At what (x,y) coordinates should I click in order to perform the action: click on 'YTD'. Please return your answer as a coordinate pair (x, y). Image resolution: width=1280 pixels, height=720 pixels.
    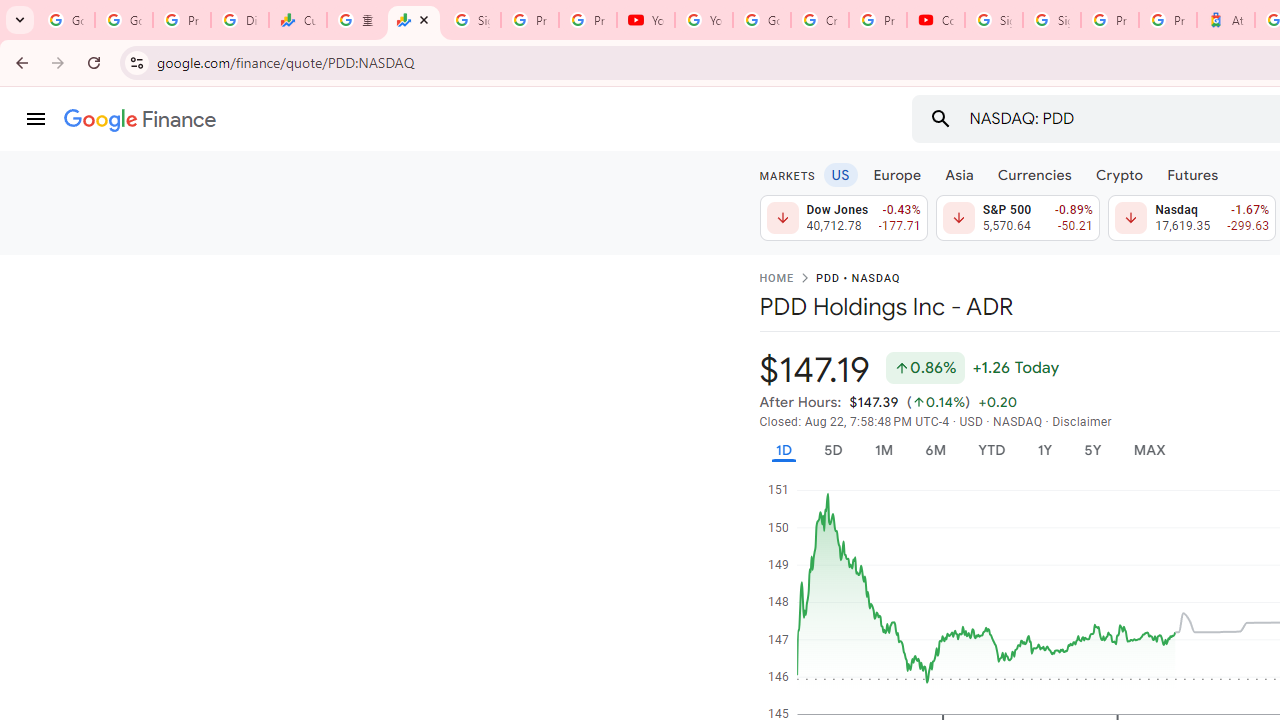
    Looking at the image, I should click on (991, 450).